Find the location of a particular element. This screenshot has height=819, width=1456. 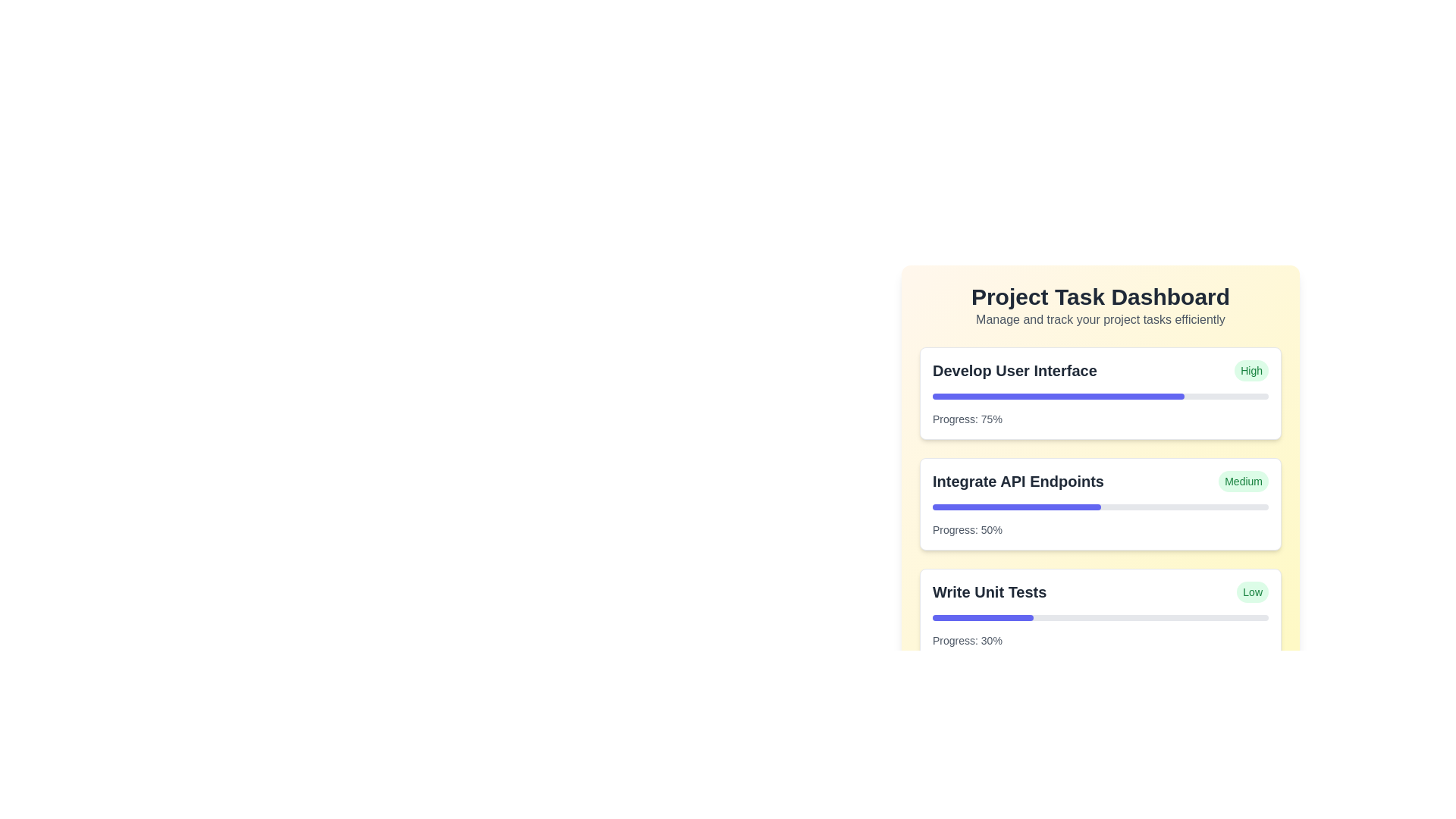

the text label indicating the percentage of progress completed for the 'Write Unit Tests' task, located in the bottom-most card of the dashboard layout is located at coordinates (966, 640).